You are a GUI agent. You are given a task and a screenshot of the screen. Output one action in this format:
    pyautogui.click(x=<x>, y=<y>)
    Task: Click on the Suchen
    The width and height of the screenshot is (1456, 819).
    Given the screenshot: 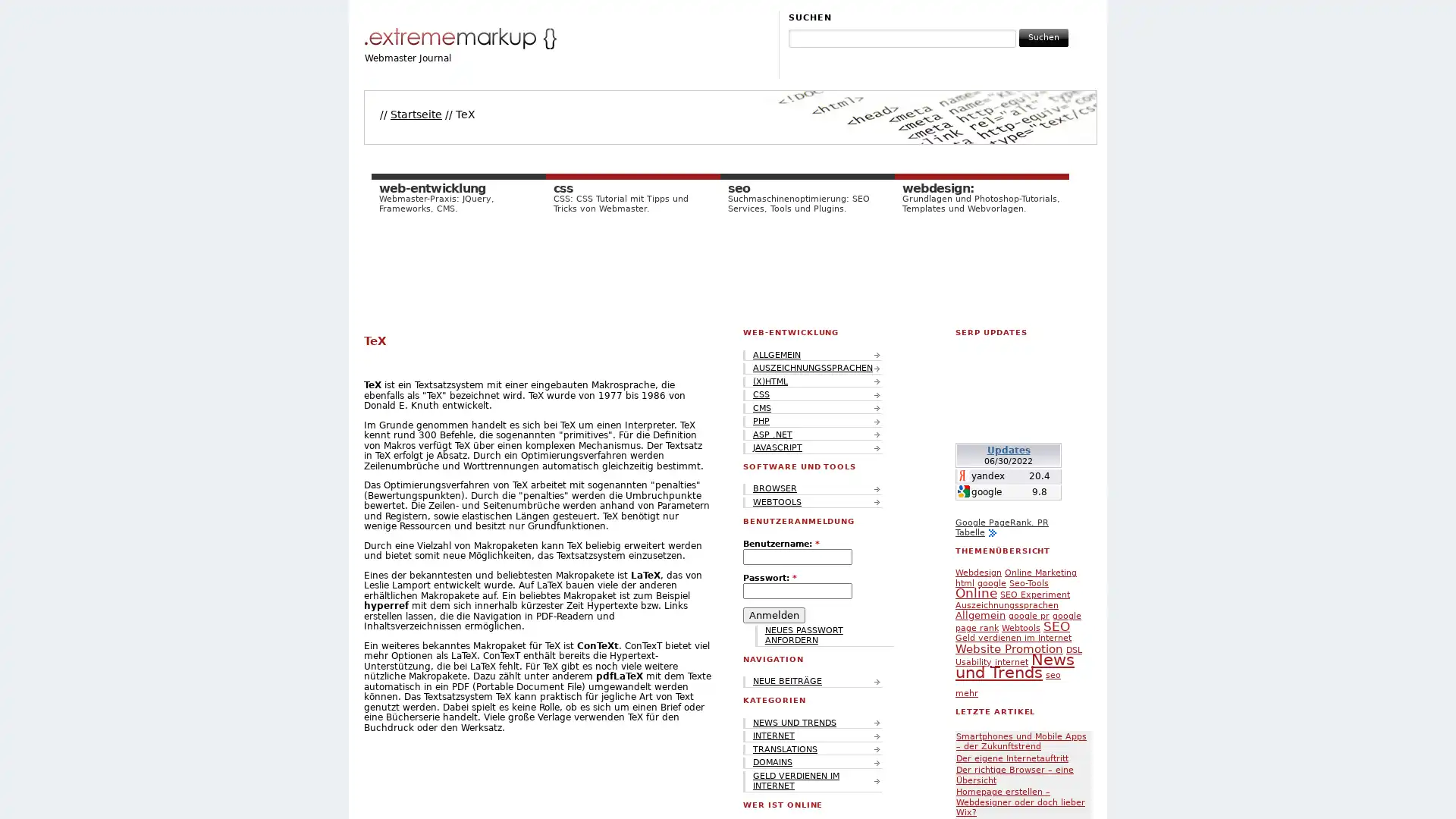 What is the action you would take?
    pyautogui.click(x=1043, y=36)
    